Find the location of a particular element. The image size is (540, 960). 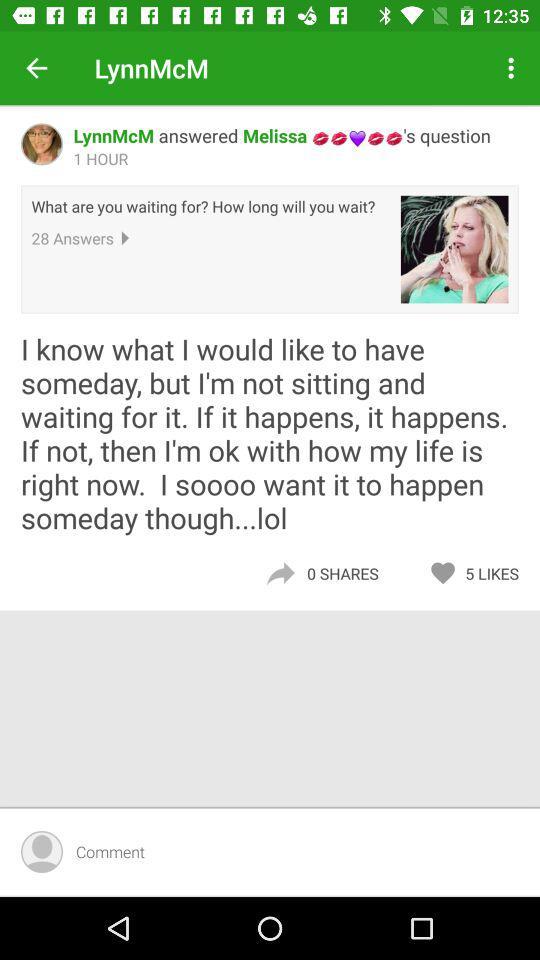

icon to the left of the lynnmcm icon is located at coordinates (36, 68).